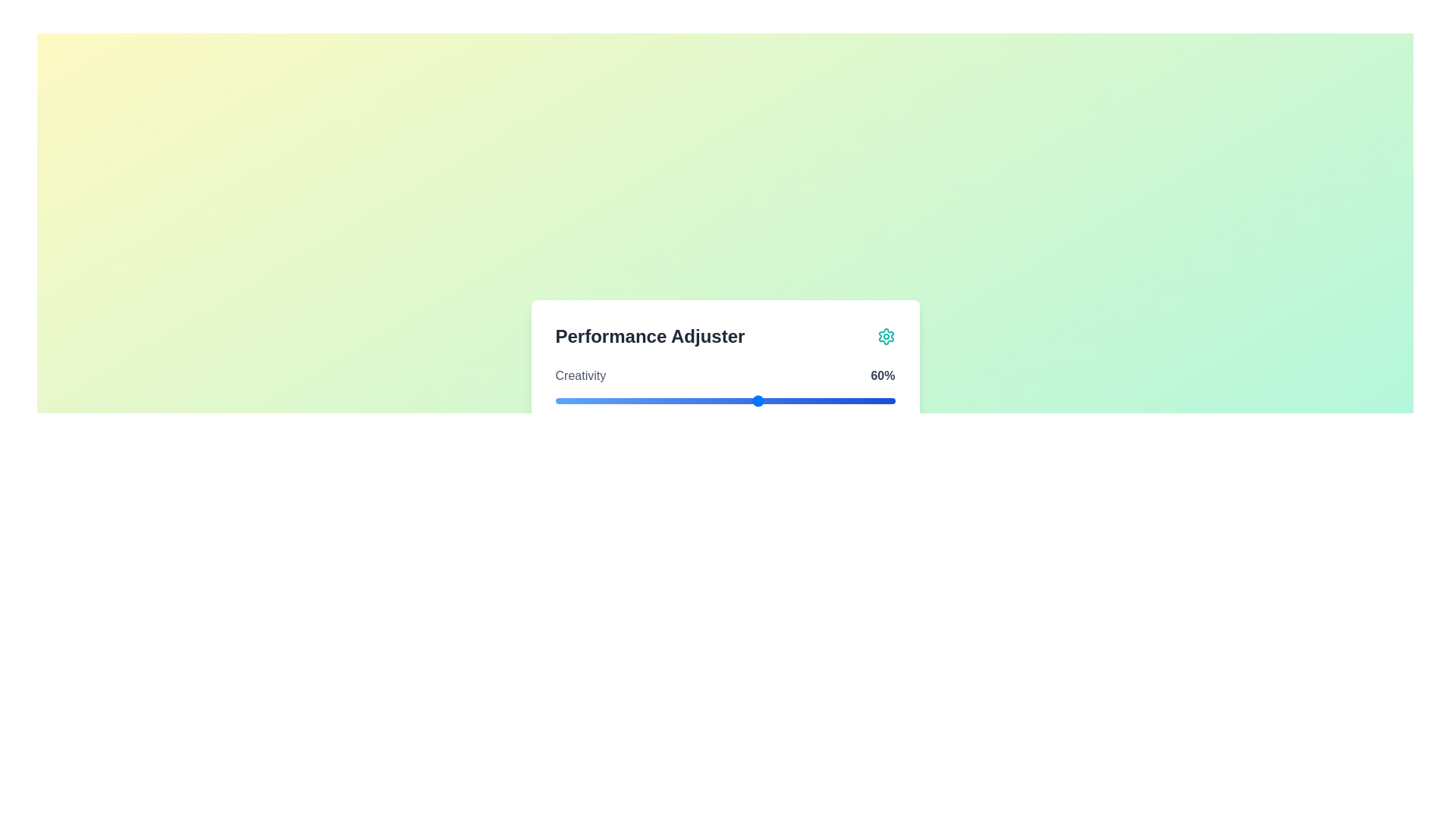  Describe the element at coordinates (588, 400) in the screenshot. I see `the slider to set the value to 10%` at that location.